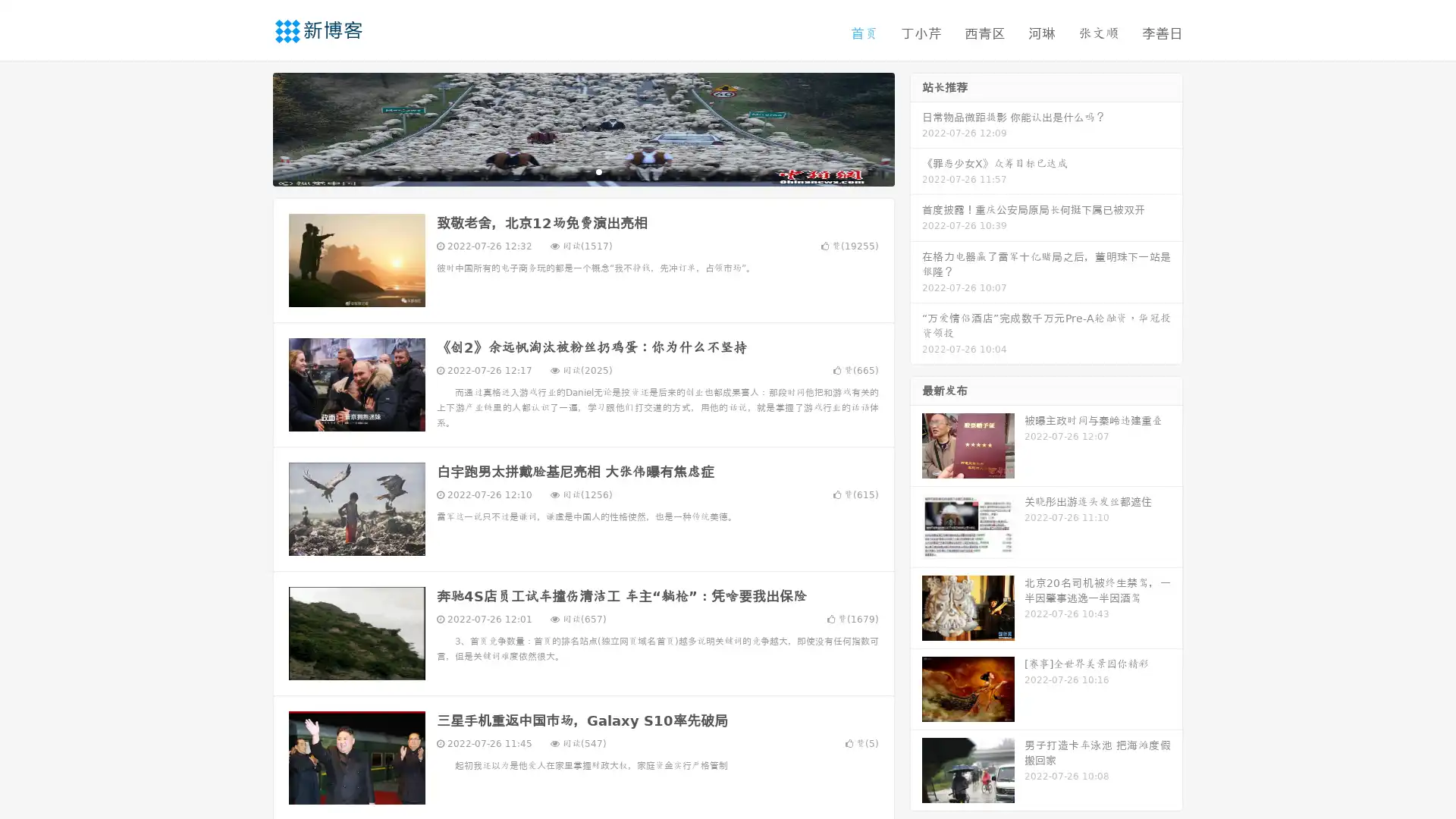  Describe the element at coordinates (250, 127) in the screenshot. I see `Previous slide` at that location.